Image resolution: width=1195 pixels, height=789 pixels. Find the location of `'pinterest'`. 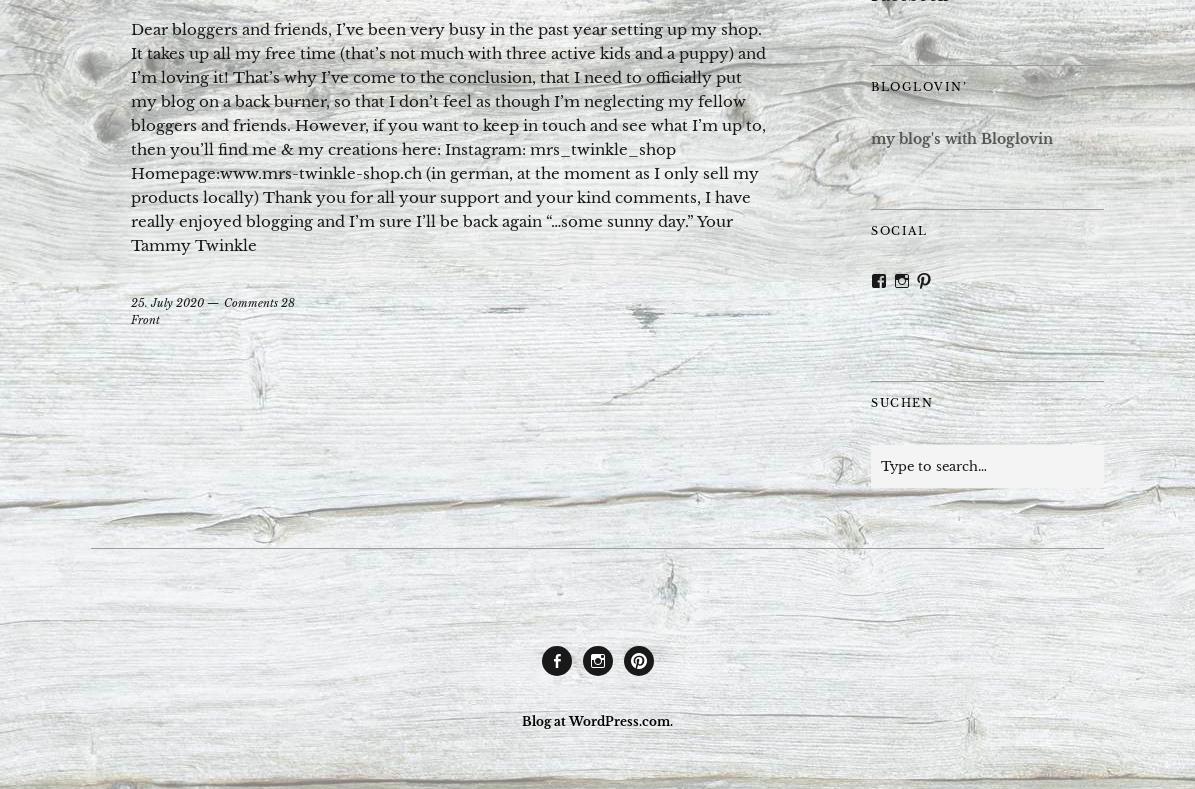

'pinterest' is located at coordinates (658, 682).